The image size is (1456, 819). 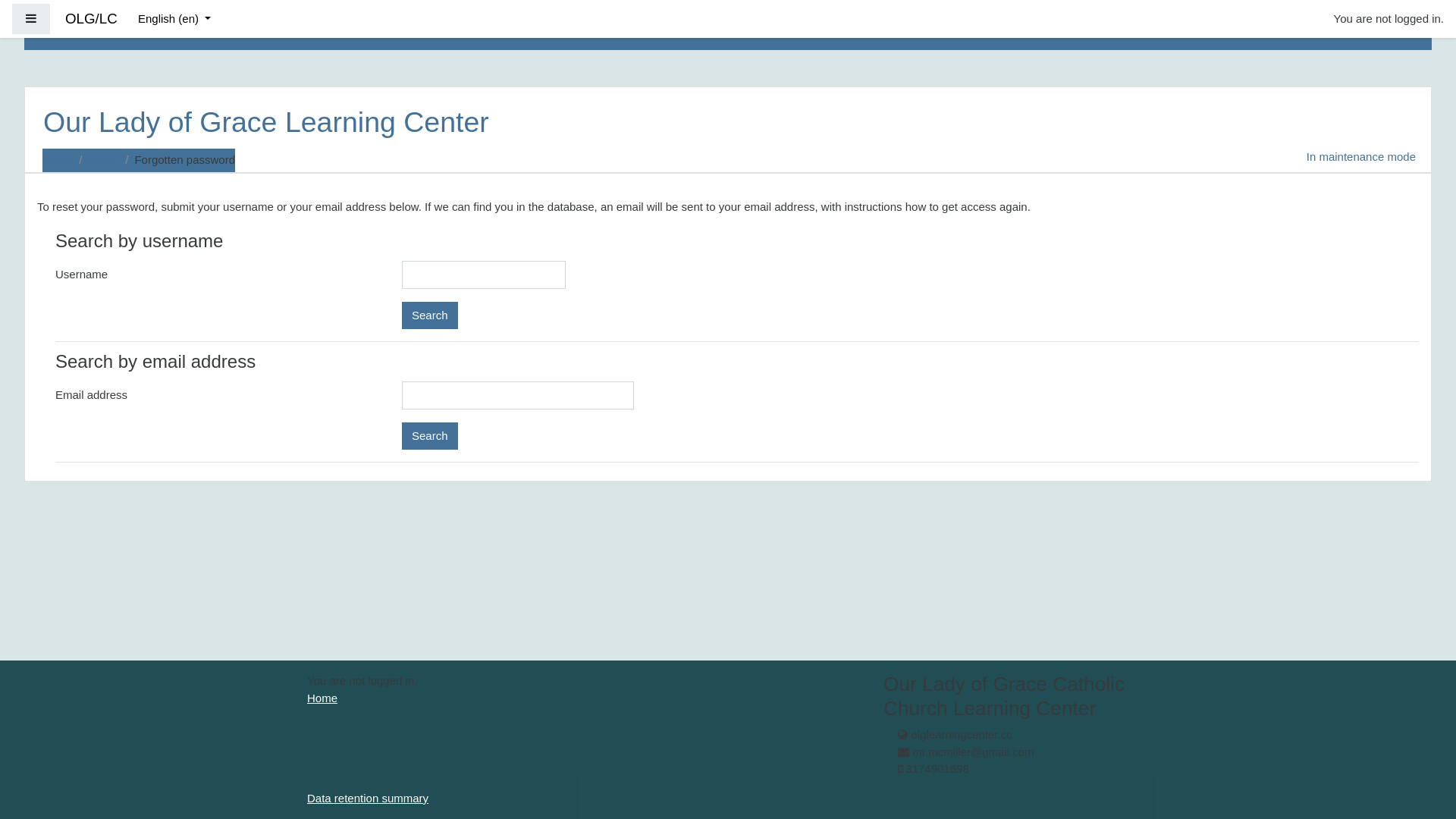 I want to click on 'Side panel', so click(x=31, y=19).